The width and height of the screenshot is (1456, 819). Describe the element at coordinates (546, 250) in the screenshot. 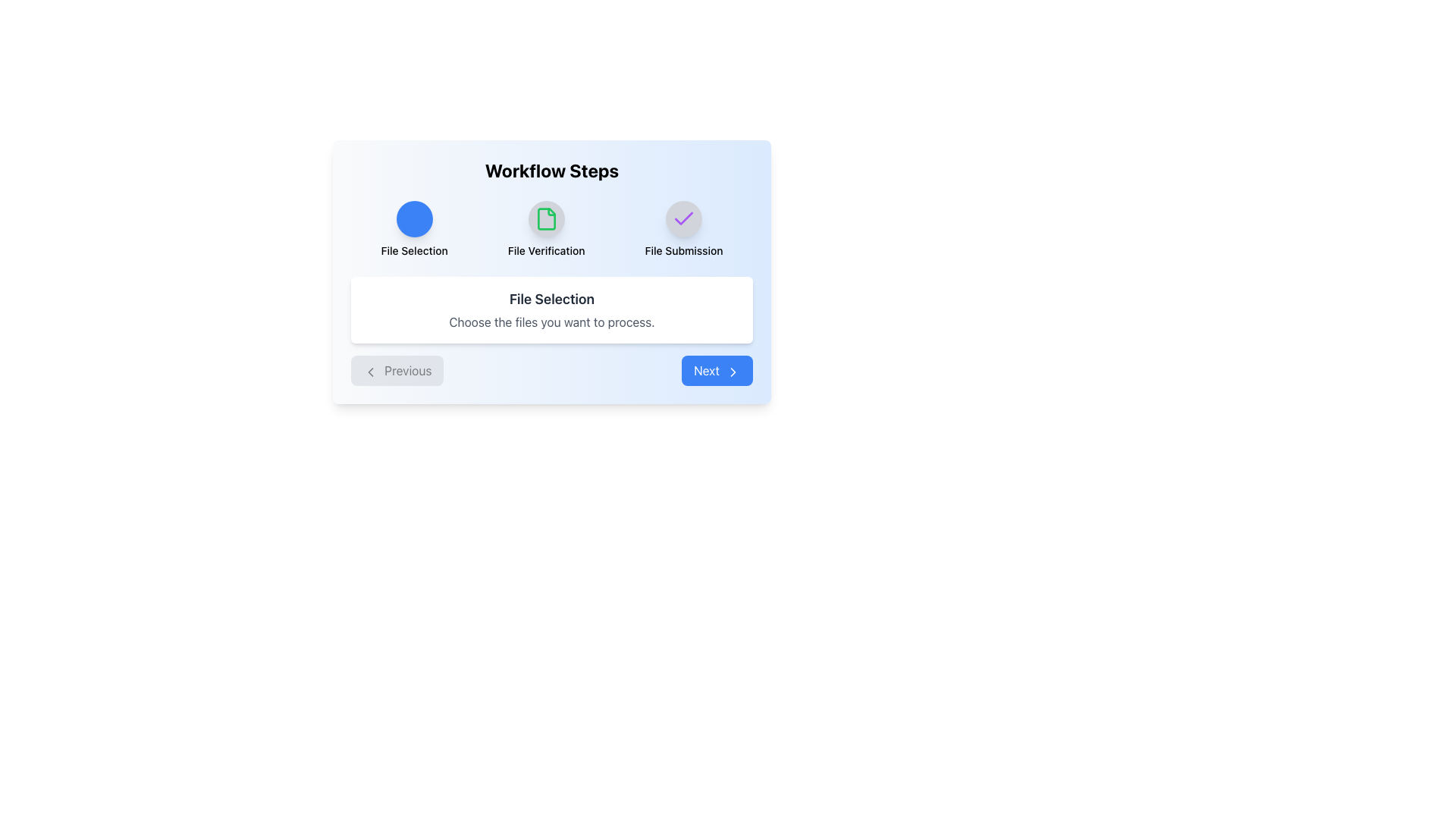

I see `the 'File Verification' text label, which is located in the central workflow area beneath the file icon` at that location.